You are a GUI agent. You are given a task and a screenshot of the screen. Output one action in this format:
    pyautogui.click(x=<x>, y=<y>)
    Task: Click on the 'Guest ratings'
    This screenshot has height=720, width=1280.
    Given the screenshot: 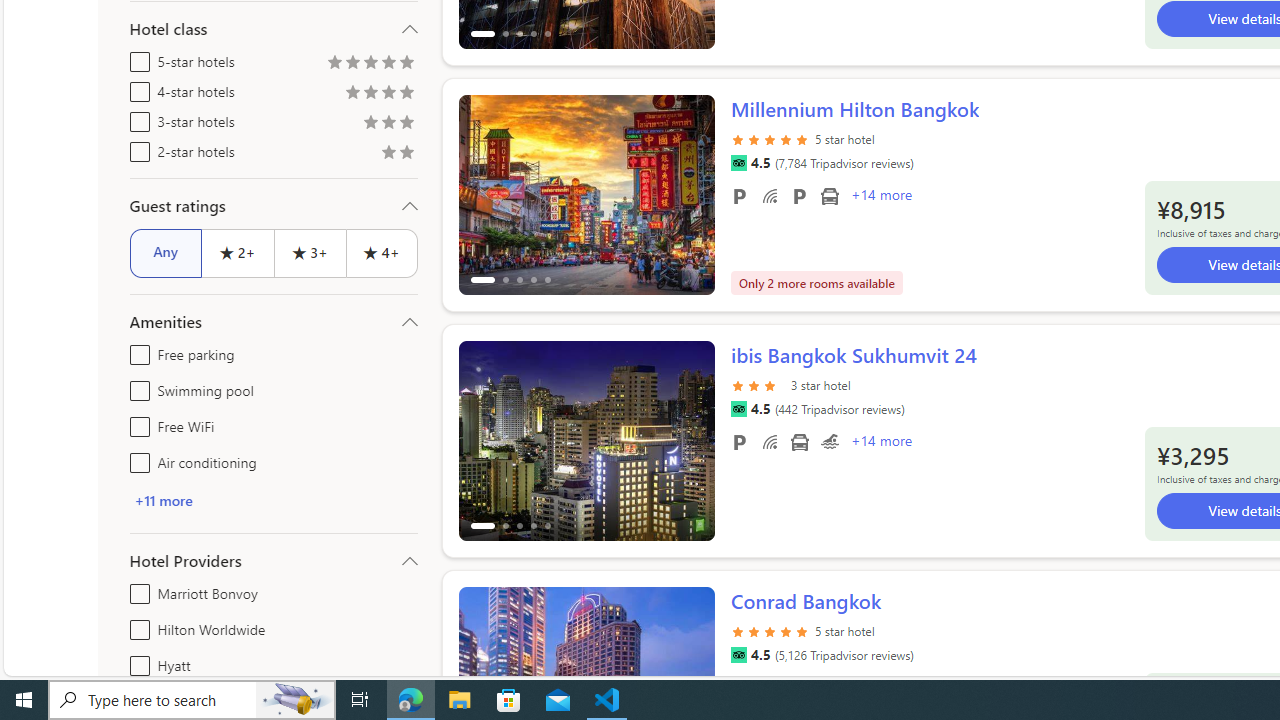 What is the action you would take?
    pyautogui.click(x=272, y=205)
    